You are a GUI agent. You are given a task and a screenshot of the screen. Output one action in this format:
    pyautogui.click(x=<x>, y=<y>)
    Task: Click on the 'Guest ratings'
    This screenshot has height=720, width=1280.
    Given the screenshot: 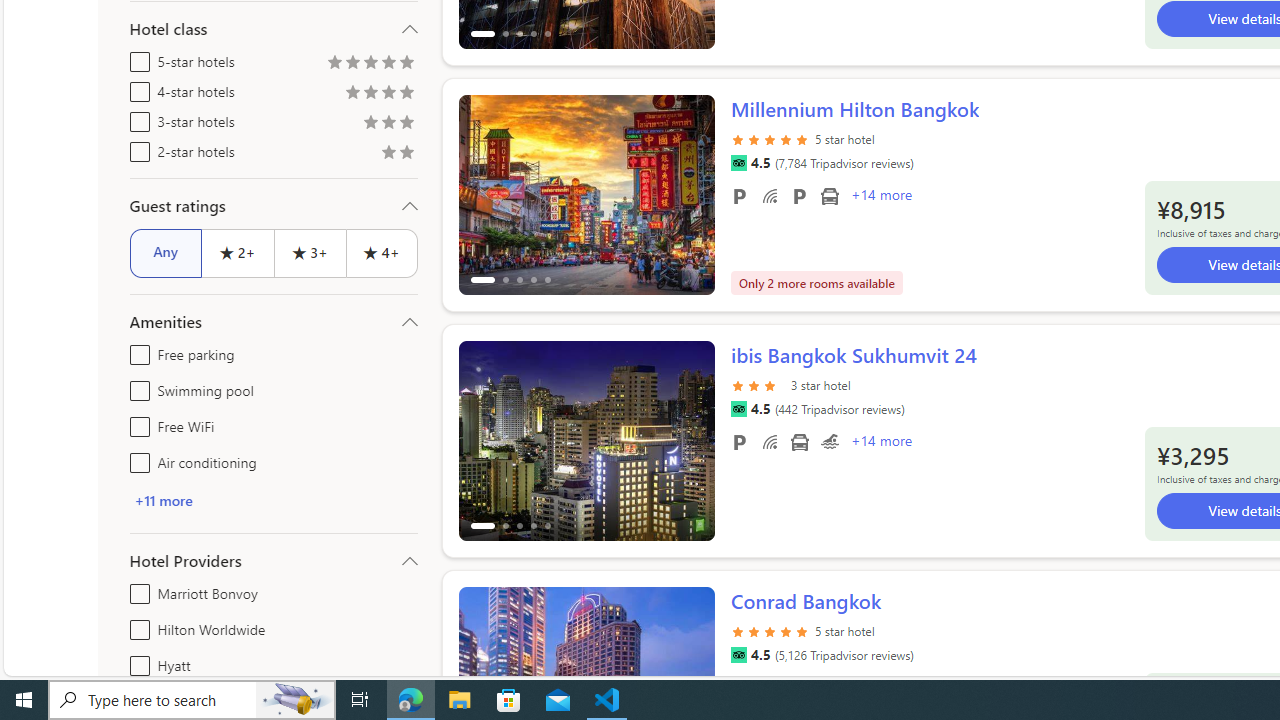 What is the action you would take?
    pyautogui.click(x=272, y=205)
    